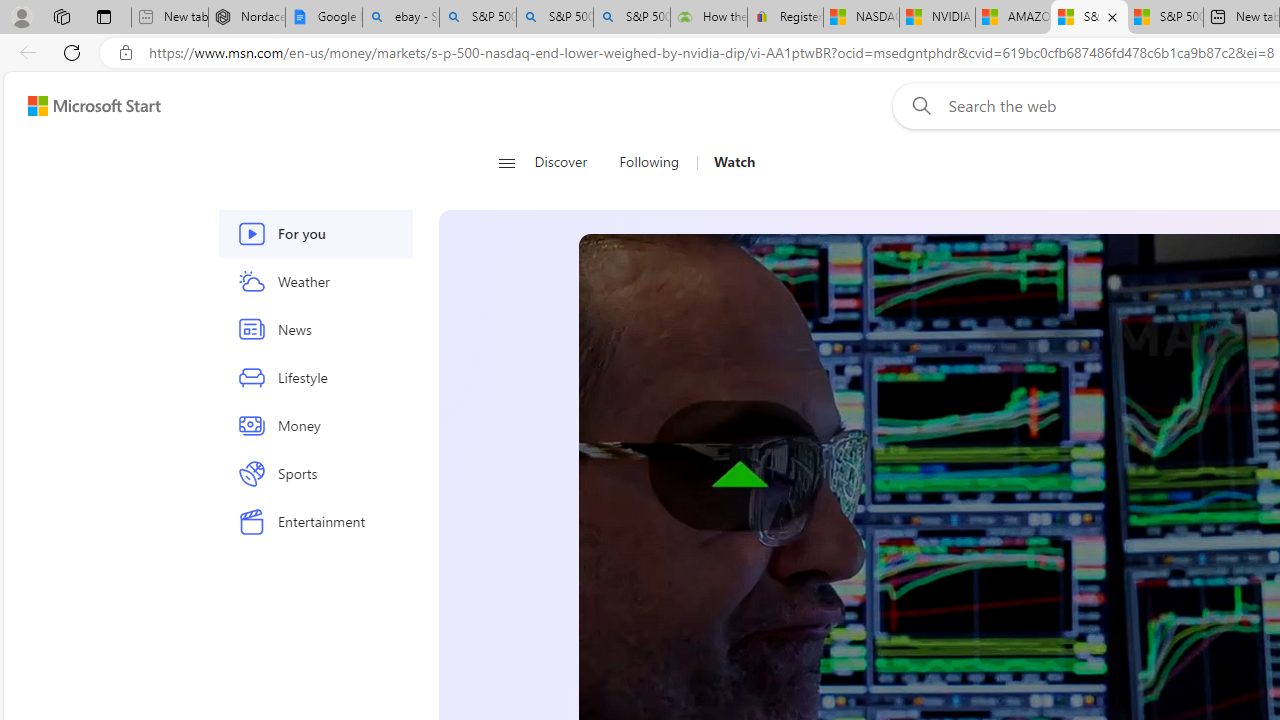 The image size is (1280, 720). What do you see at coordinates (21, 16) in the screenshot?
I see `'Personal Profile'` at bounding box center [21, 16].